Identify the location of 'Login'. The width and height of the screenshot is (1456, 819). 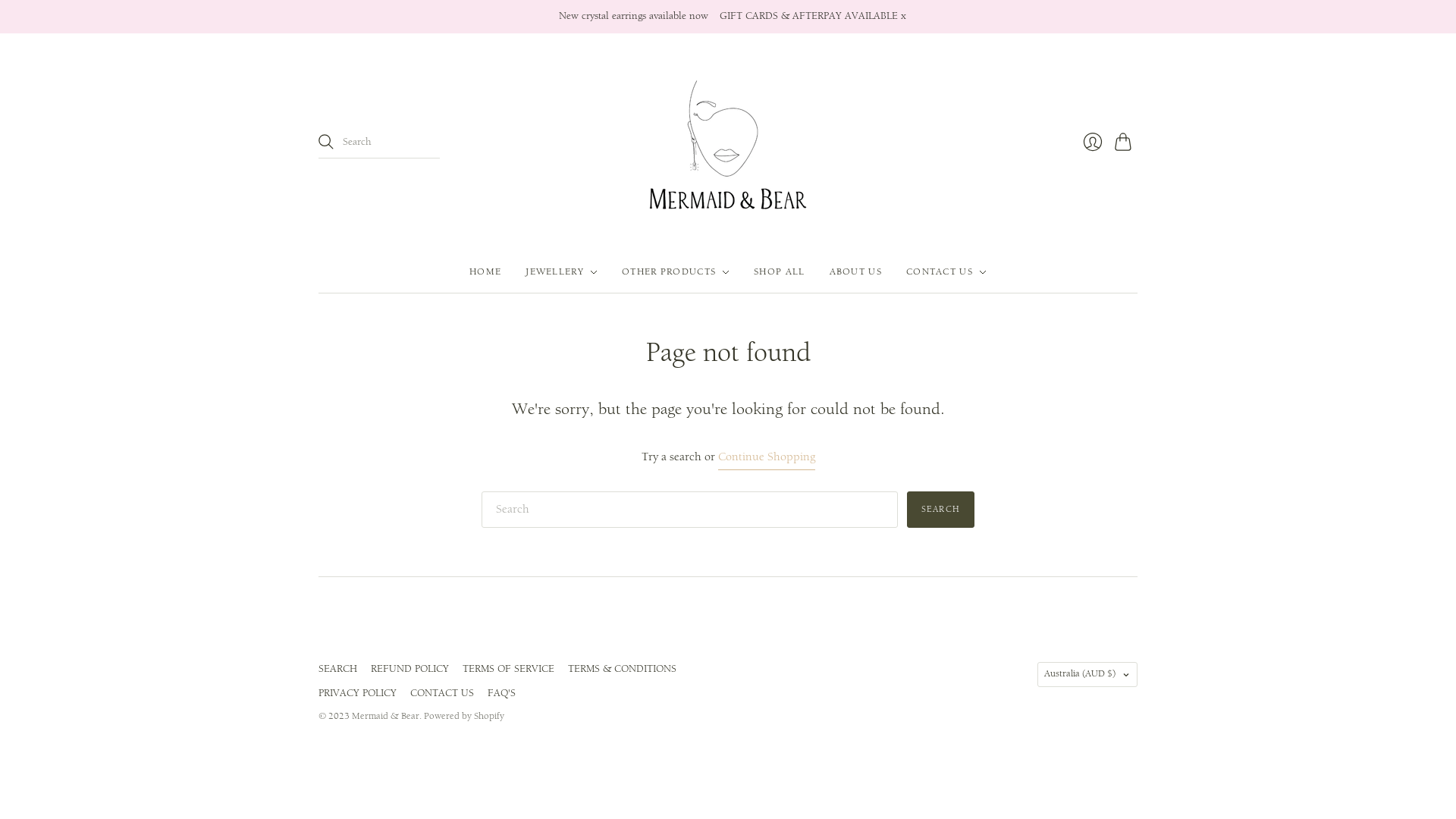
(1092, 141).